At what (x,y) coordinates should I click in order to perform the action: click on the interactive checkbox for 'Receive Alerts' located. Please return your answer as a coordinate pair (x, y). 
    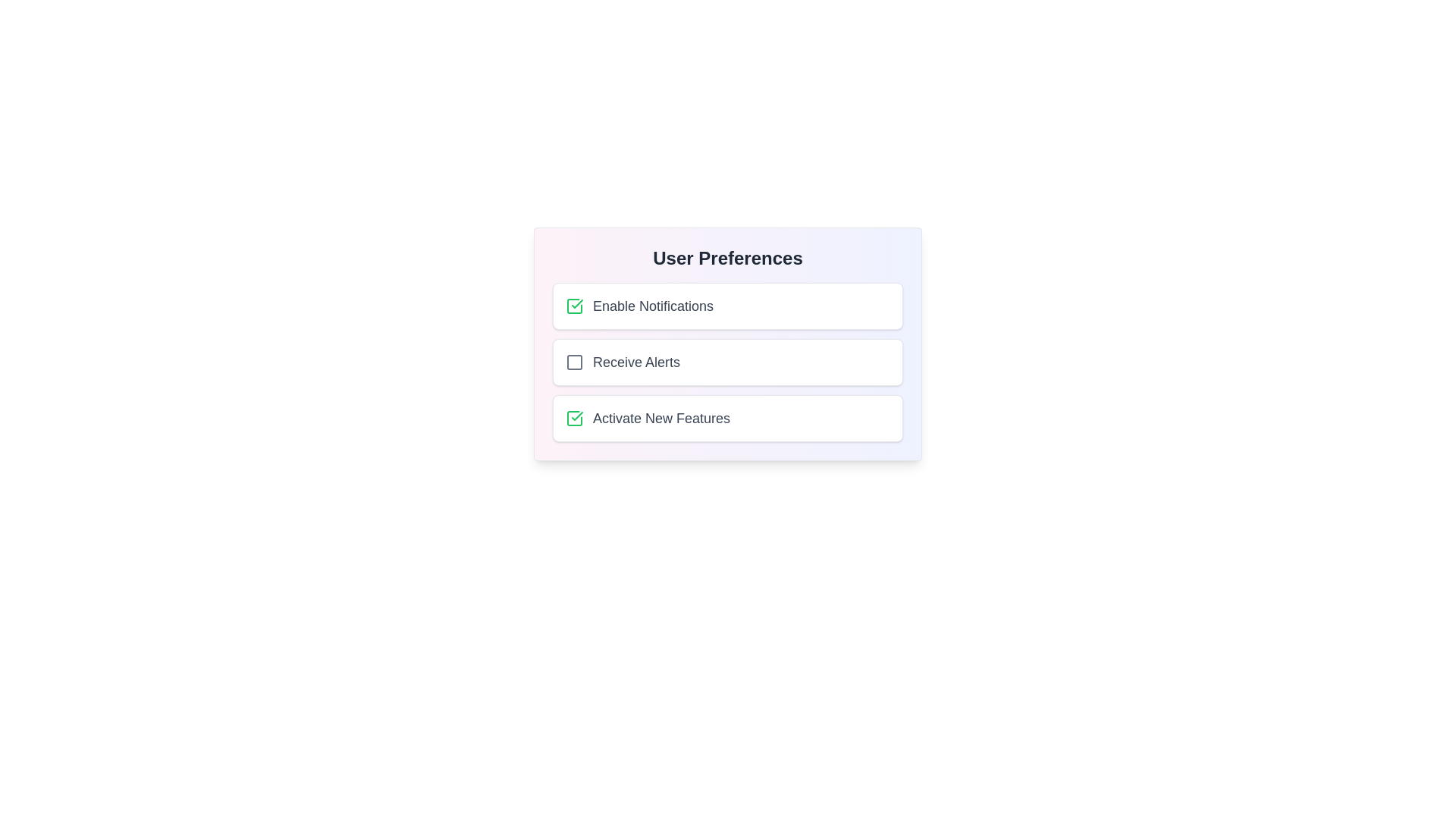
    Looking at the image, I should click on (574, 362).